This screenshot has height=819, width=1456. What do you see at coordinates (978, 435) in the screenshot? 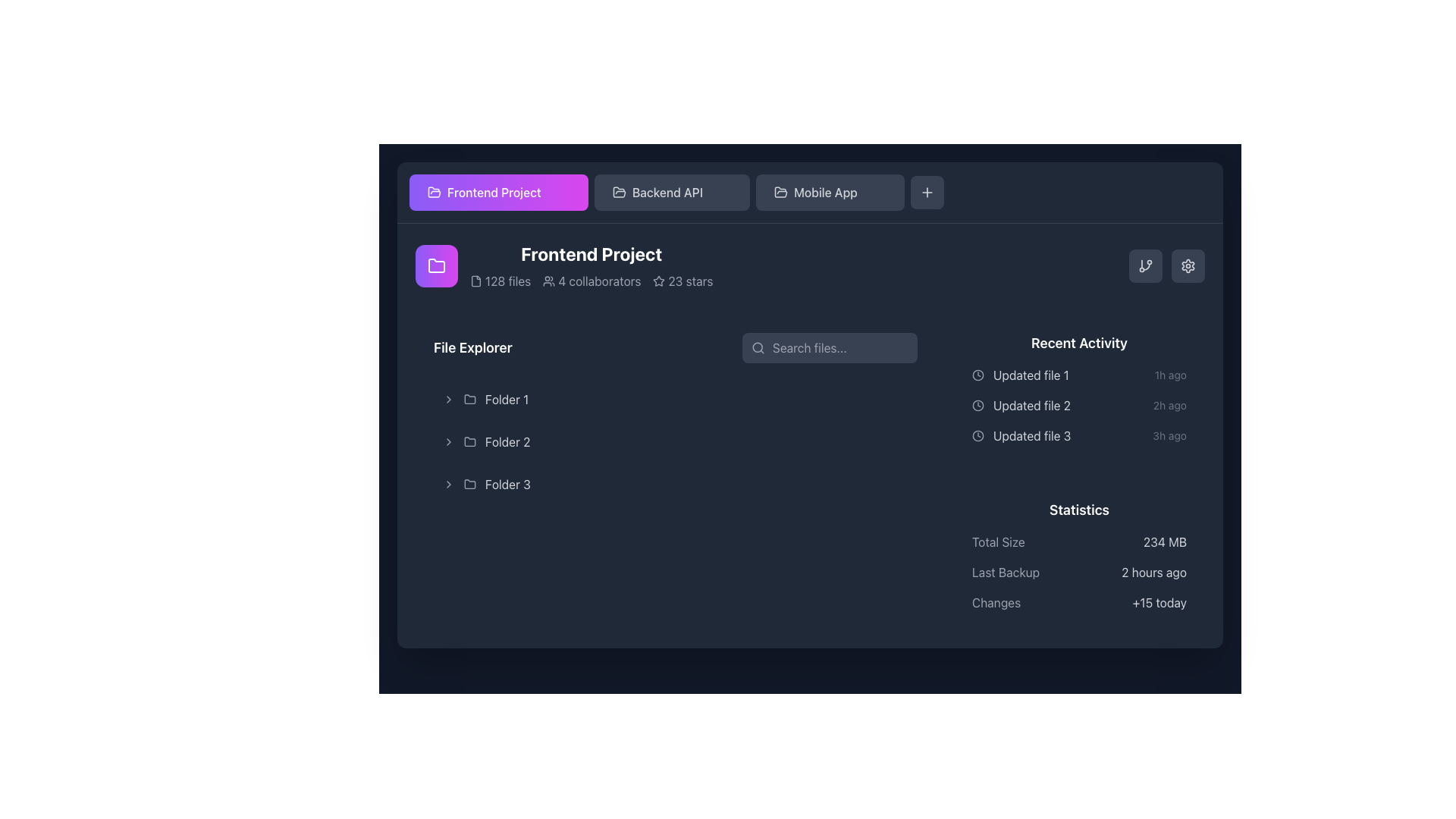
I see `the SVG circle element of the clock icon indicating update time for the associated file, located to the left of the text 'Updated file 3' in the 'Recent Activity' section` at bounding box center [978, 435].